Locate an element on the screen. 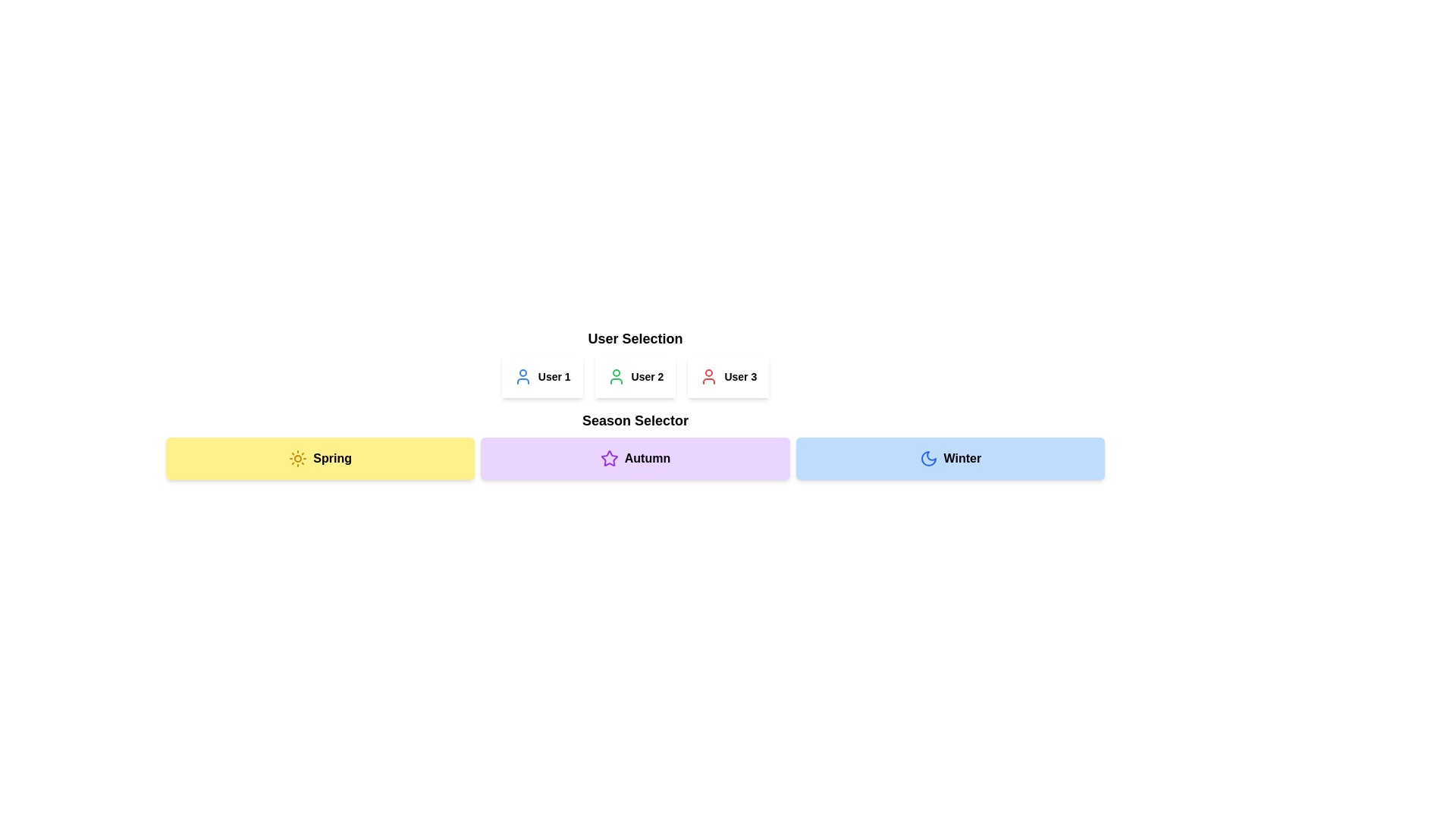 The height and width of the screenshot is (819, 1456). the 'Winter' button, which is a rectangular button with rounded corners, featuring a moon icon on the left and bold text on the right, to visually highlight it is located at coordinates (949, 458).